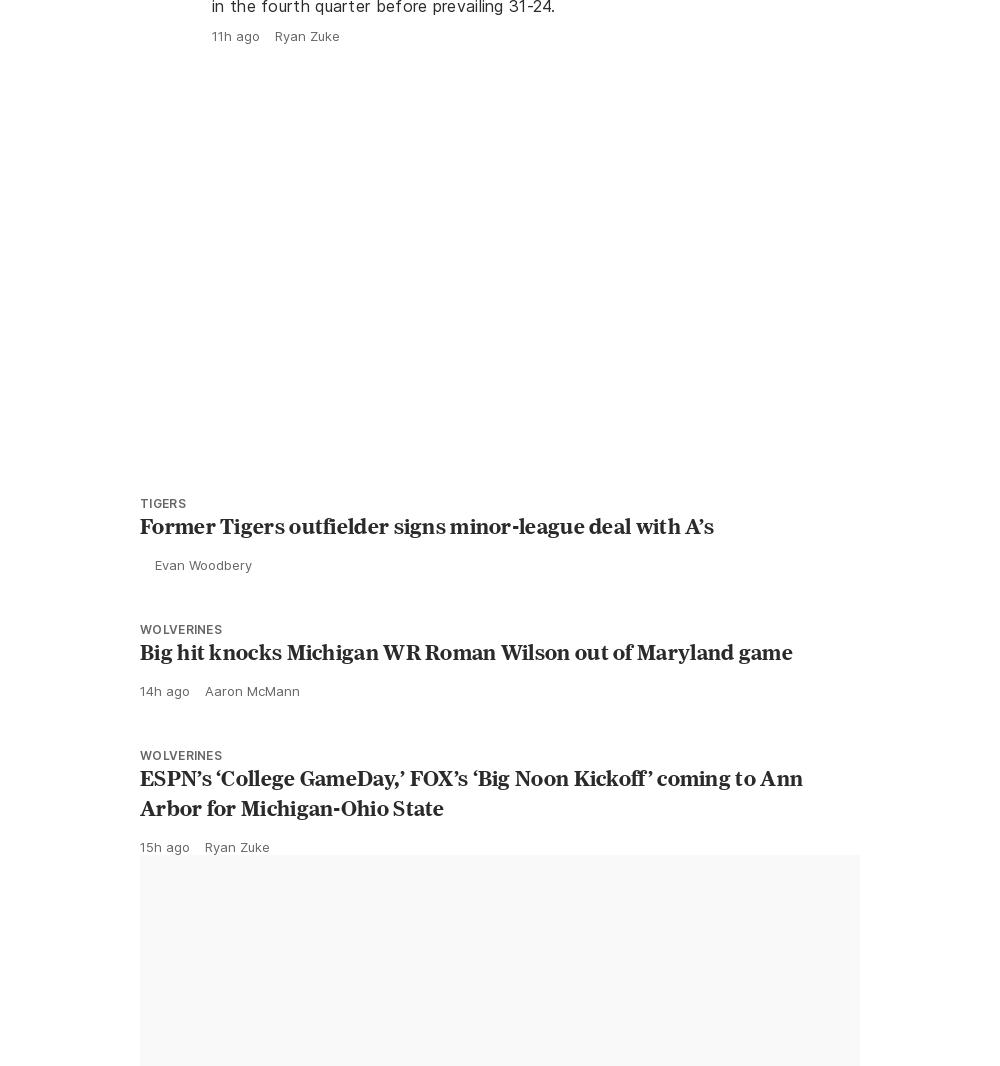  Describe the element at coordinates (470, 837) in the screenshot. I see `'ESPN’s ‘College GameDay,’ FOX’s ‘Big Noon Kickoff’ coming to Ann Arbor for Michigan-Ohio State'` at that location.